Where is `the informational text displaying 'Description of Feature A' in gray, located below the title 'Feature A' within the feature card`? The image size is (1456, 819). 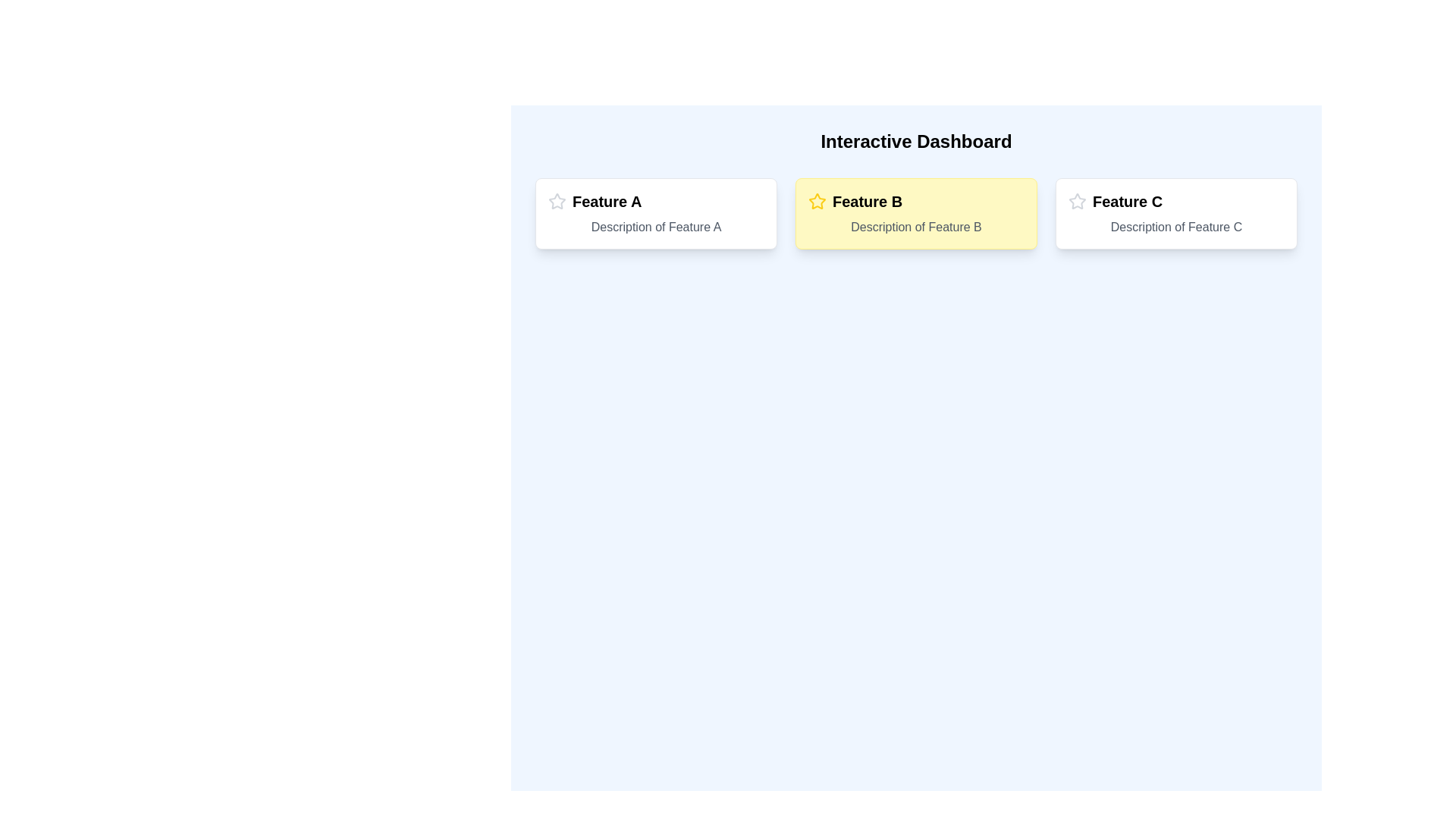
the informational text displaying 'Description of Feature A' in gray, located below the title 'Feature A' within the feature card is located at coordinates (656, 227).